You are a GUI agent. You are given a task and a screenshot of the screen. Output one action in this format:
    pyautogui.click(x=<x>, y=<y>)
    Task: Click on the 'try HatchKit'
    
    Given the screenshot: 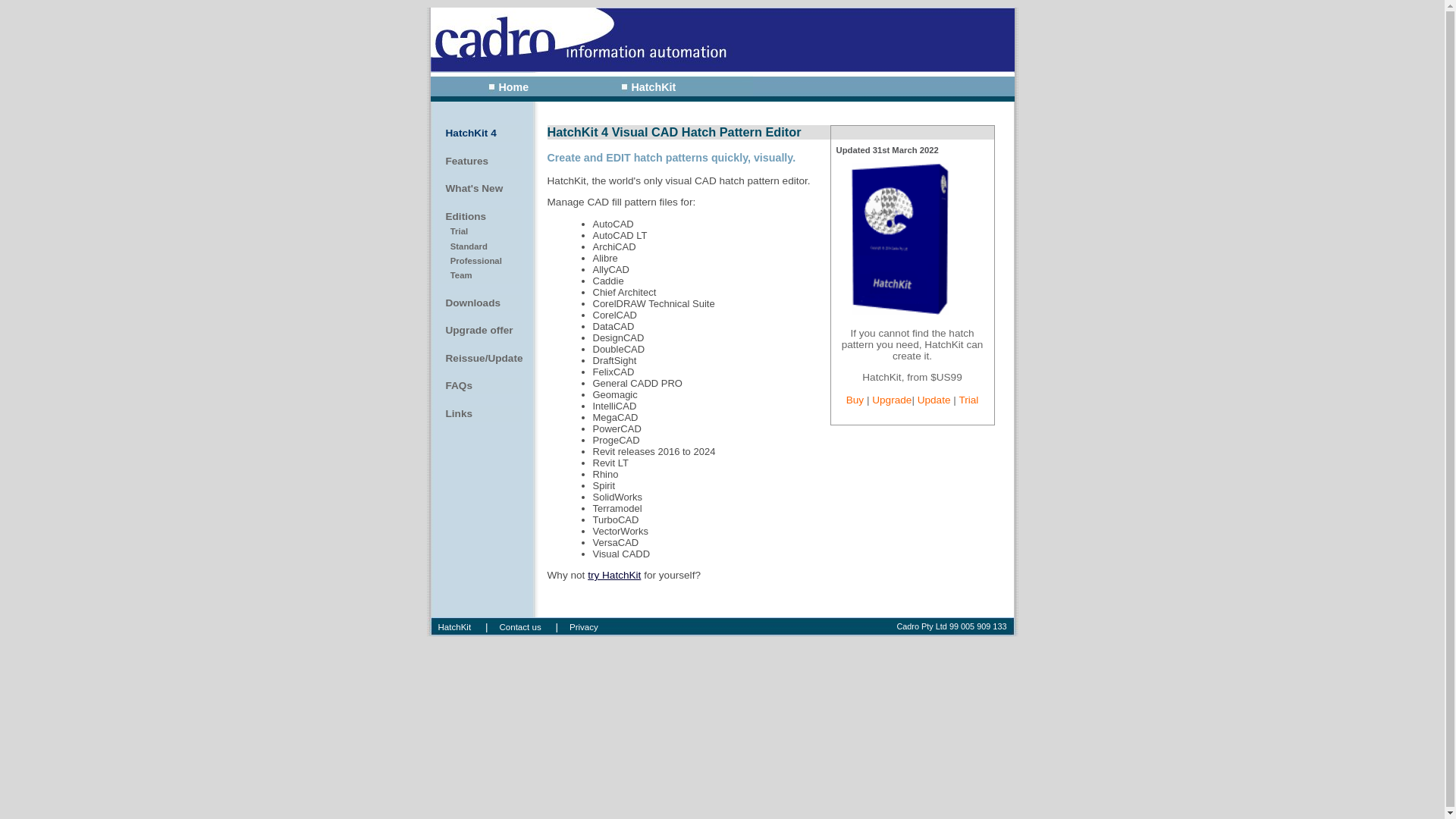 What is the action you would take?
    pyautogui.click(x=614, y=575)
    